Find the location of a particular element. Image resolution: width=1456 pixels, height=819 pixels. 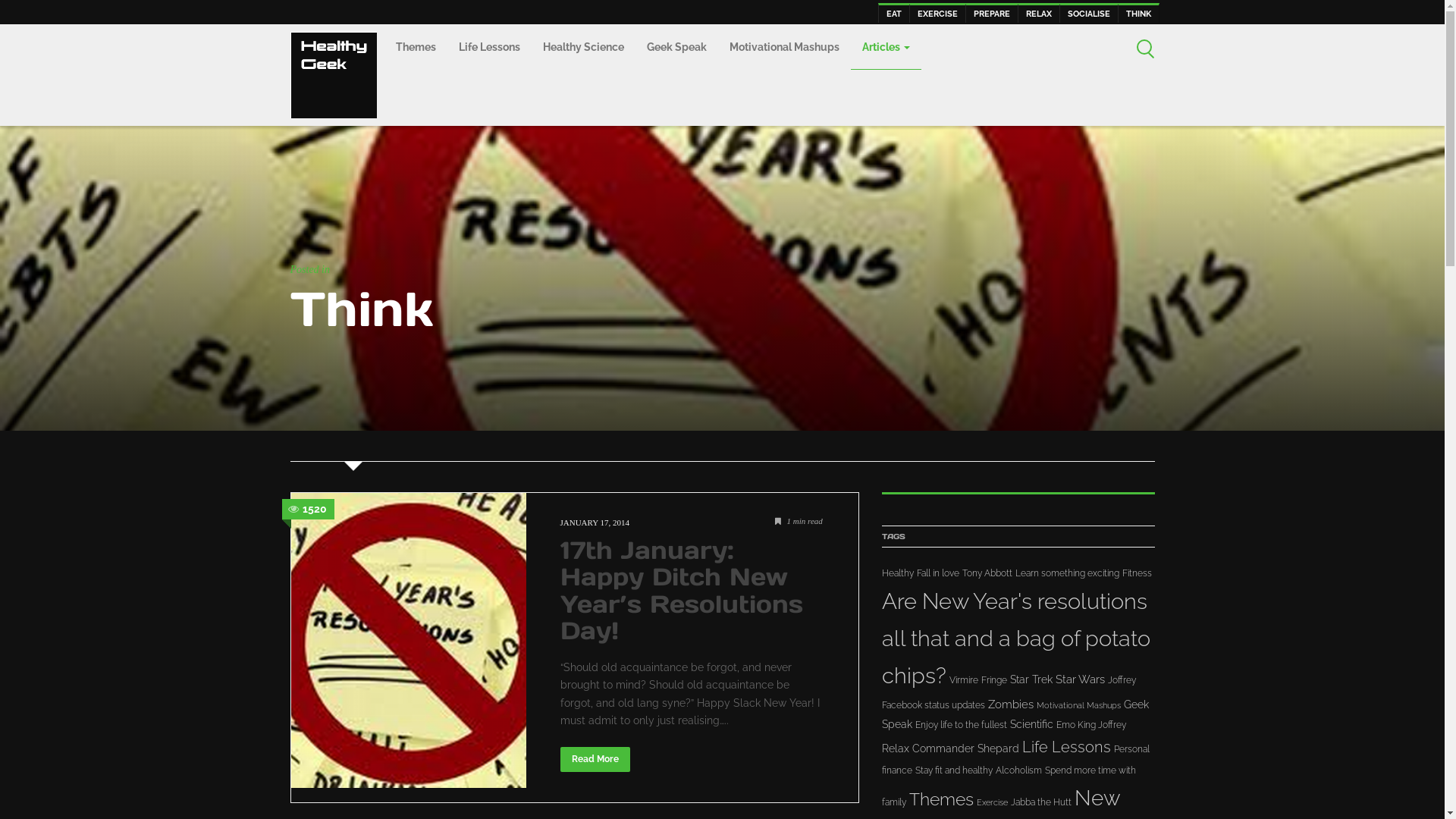

'Tony Abbott' is located at coordinates (986, 573).